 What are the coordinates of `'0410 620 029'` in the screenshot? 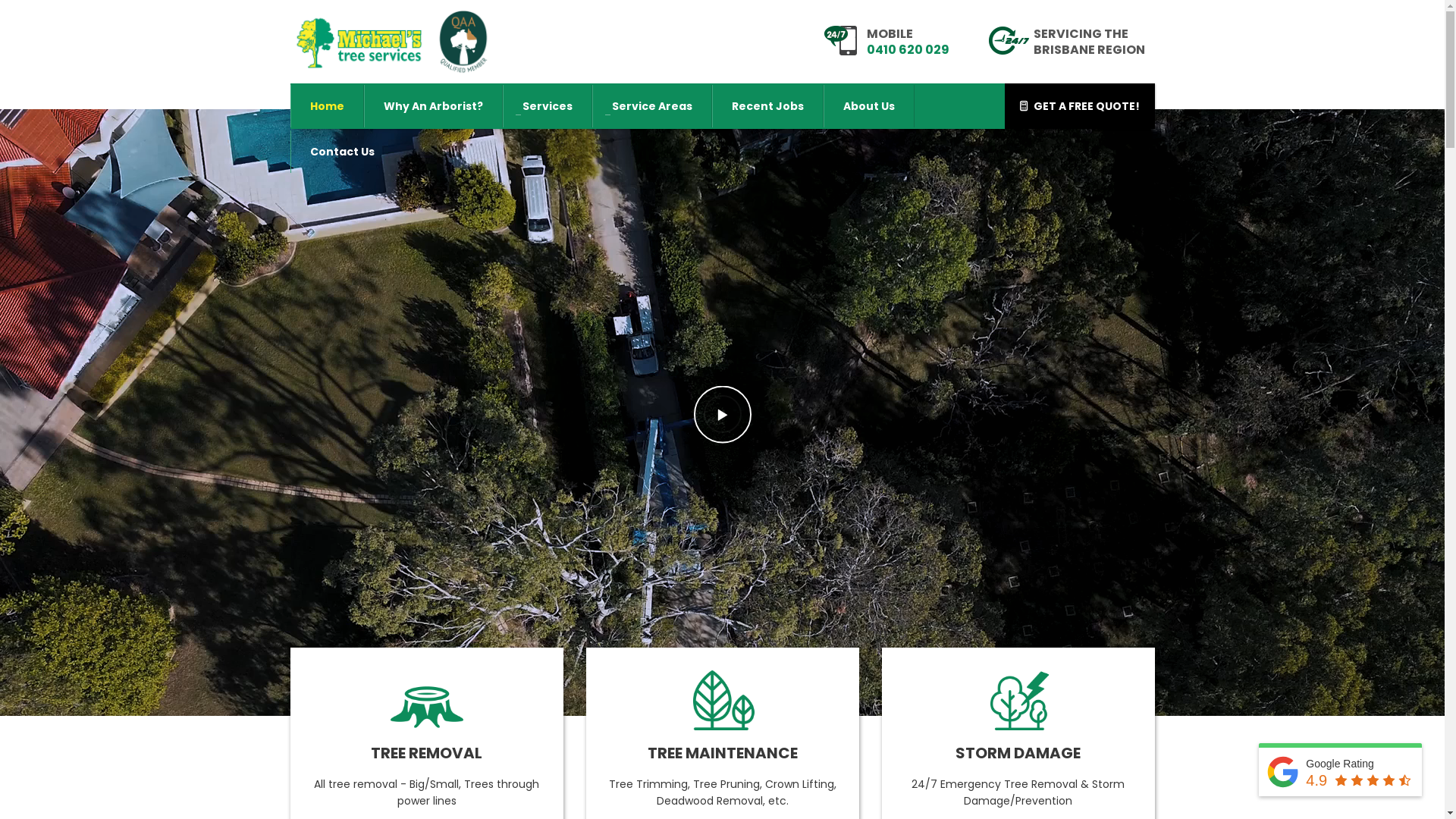 It's located at (903, 49).